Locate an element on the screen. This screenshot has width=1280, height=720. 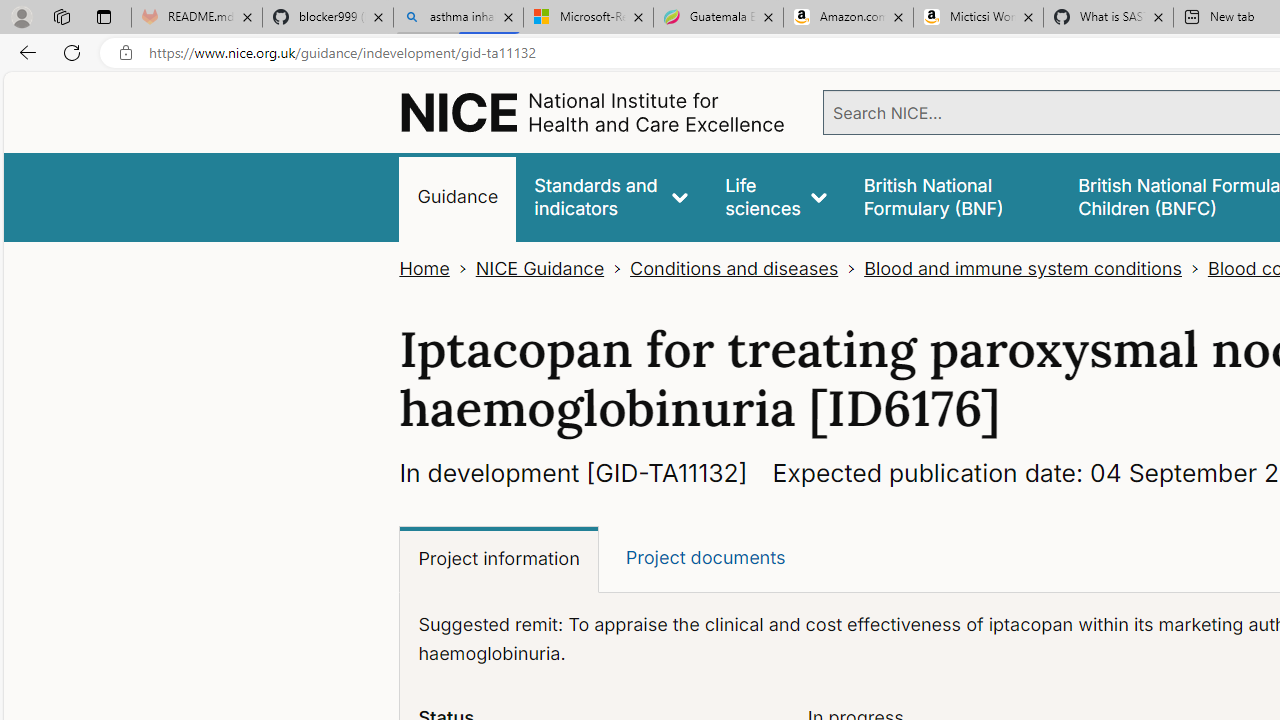
'Personal Profile' is located at coordinates (21, 16).